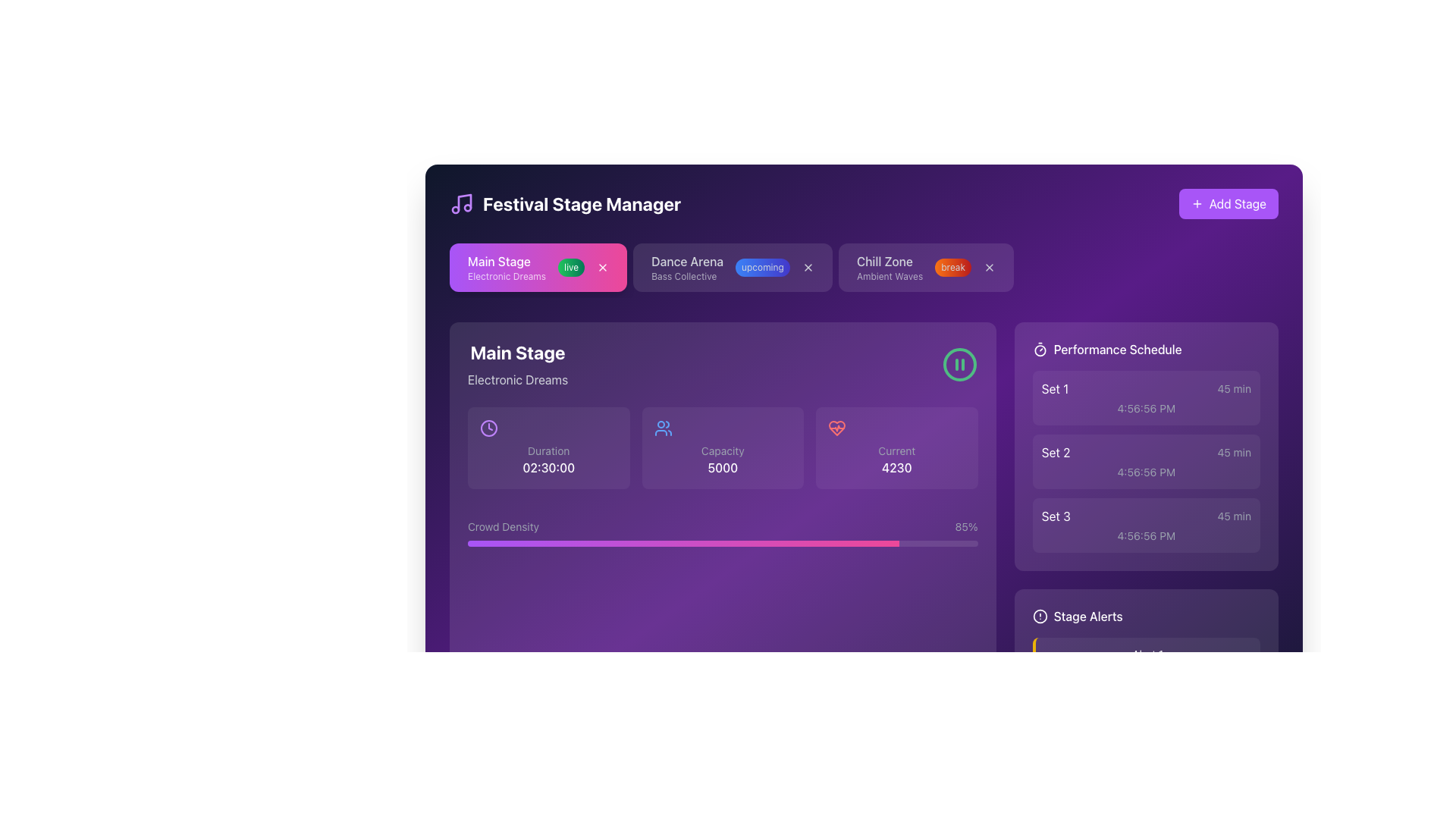 The height and width of the screenshot is (819, 1456). What do you see at coordinates (1146, 525) in the screenshot?
I see `the third item in the vertical list labeled 'Set 3'` at bounding box center [1146, 525].